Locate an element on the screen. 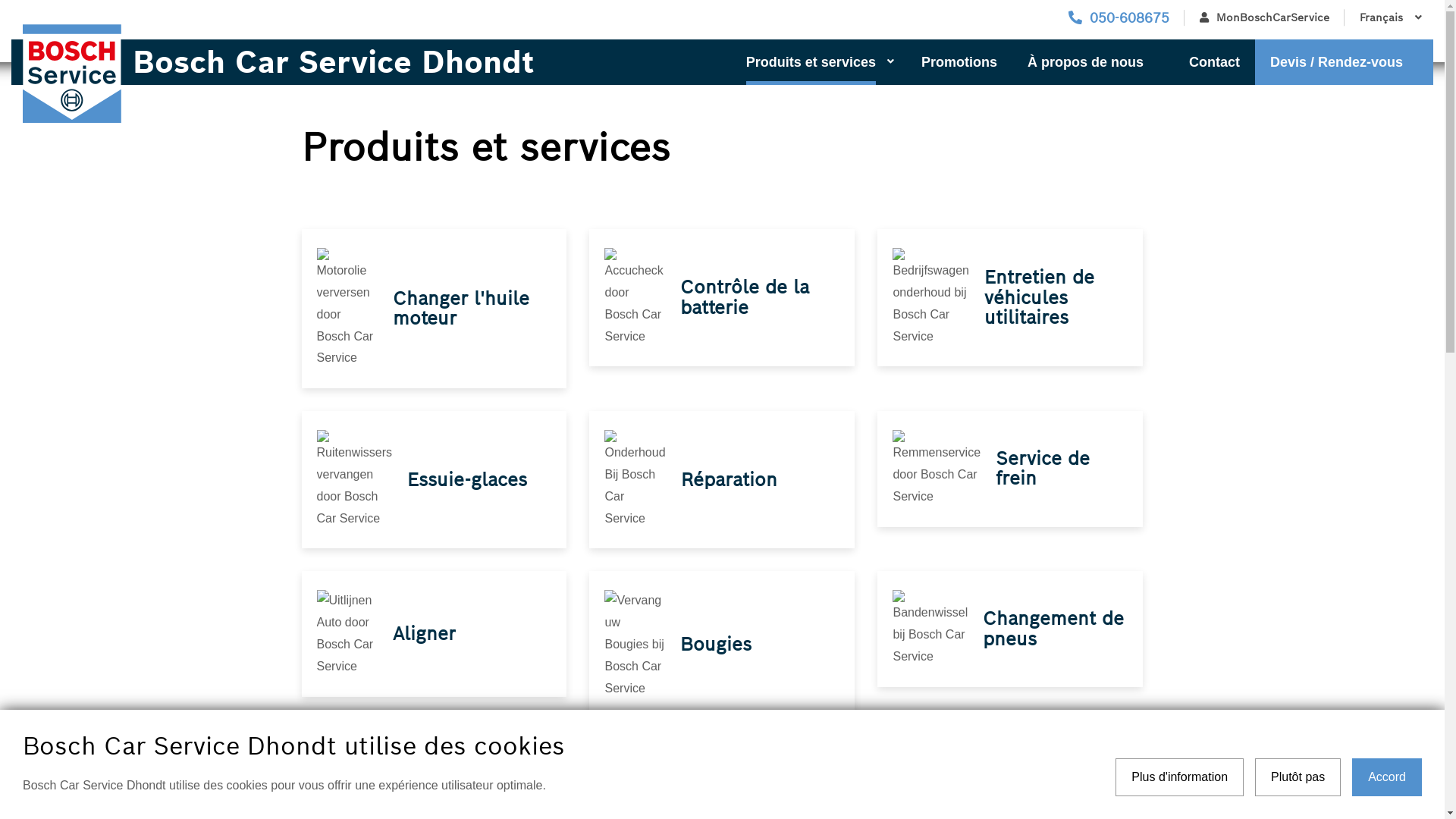 Image resolution: width=1456 pixels, height=819 pixels. 'Skip to main content' is located at coordinates (0, 0).